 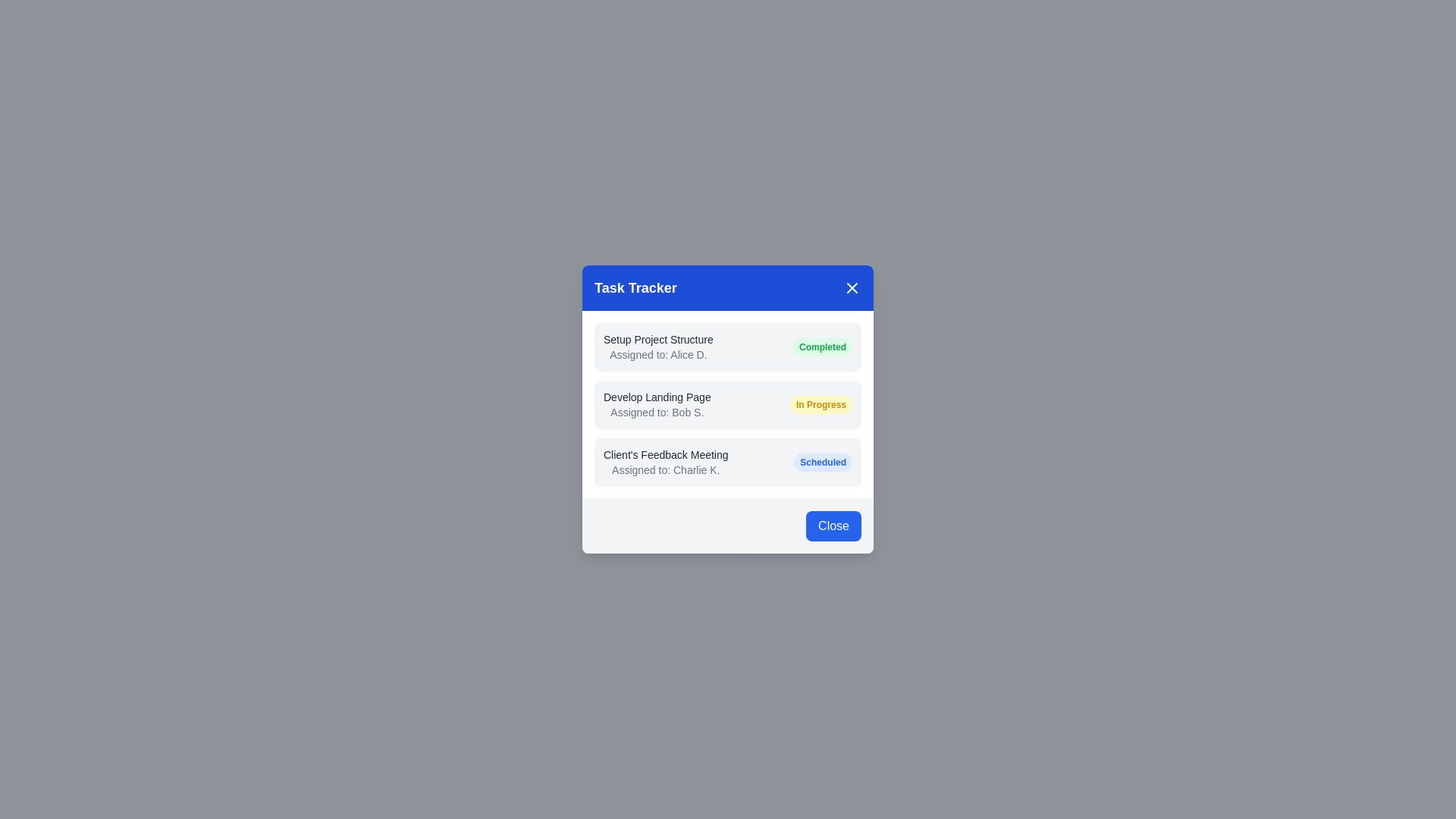 What do you see at coordinates (728, 403) in the screenshot?
I see `the task details area for Develop Landing Page` at bounding box center [728, 403].